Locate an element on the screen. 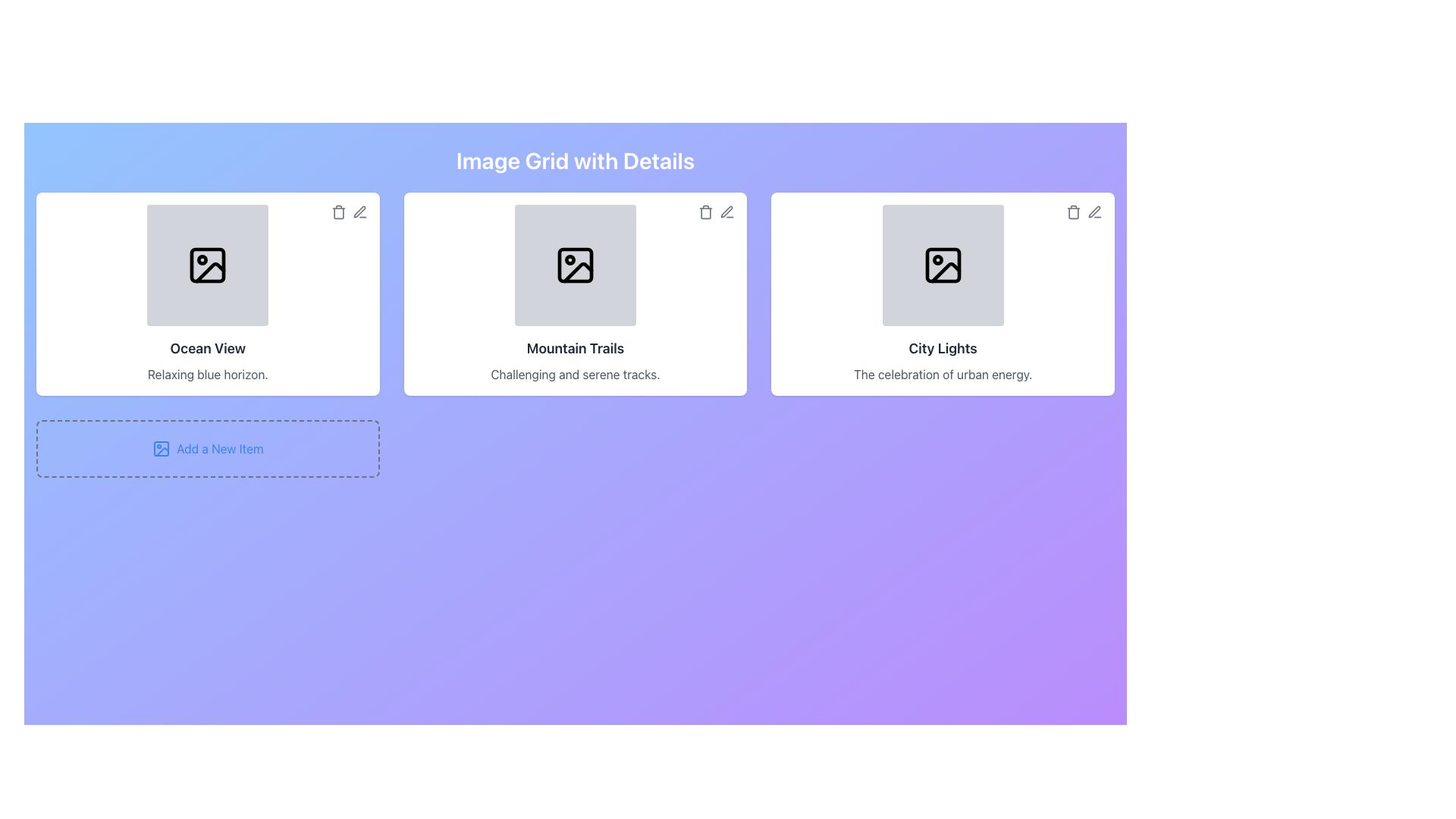  the edit icon button located in the top-right corner of the 'Ocean View' image card is located at coordinates (359, 212).